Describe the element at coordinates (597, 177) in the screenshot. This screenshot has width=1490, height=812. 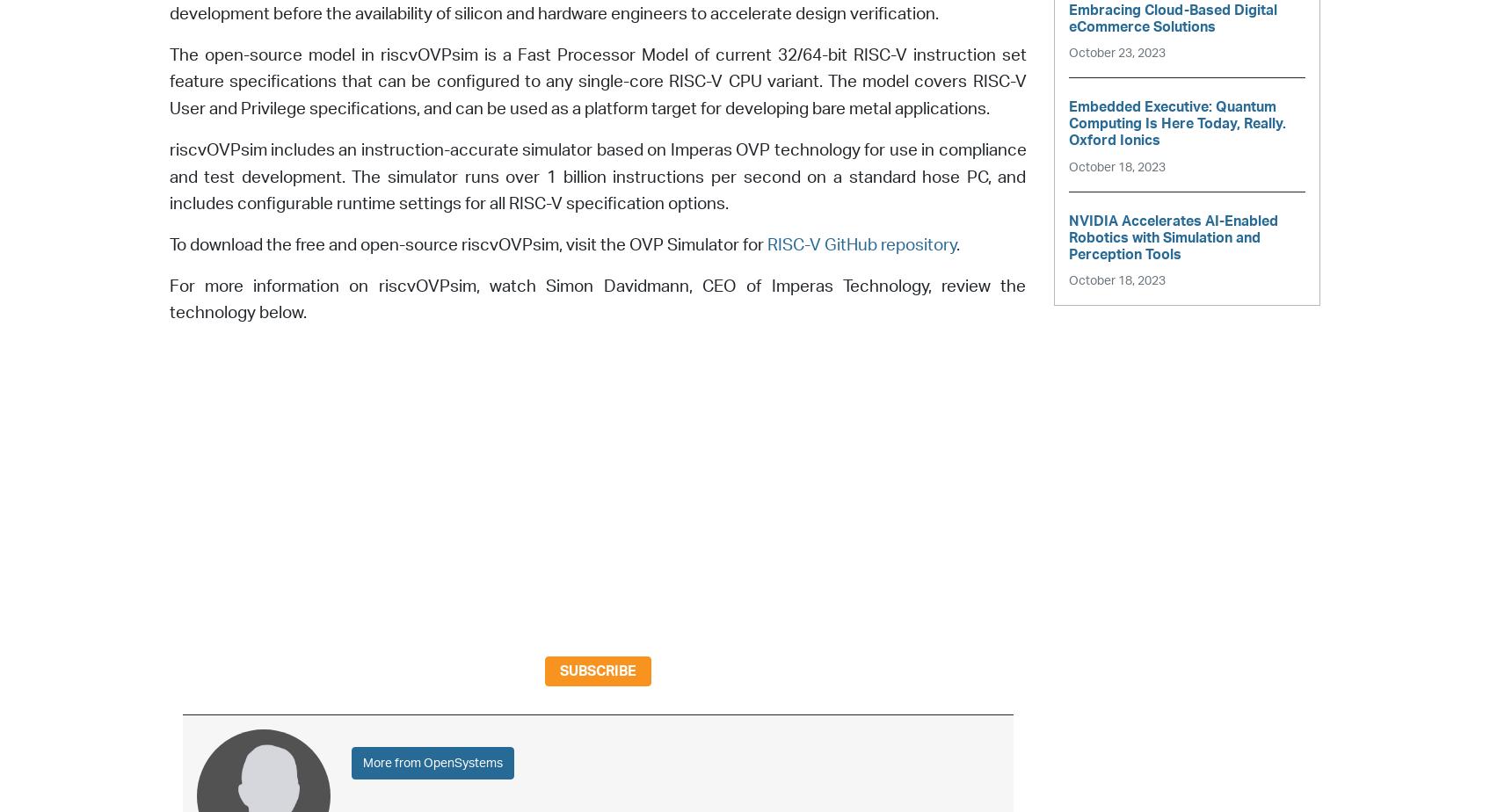
I see `'riscvOVPsim includes an instruction-accurate simulator based on Imperas OVP technology for use in compliance and test development. The simulator runs over 1 billion instructions per second on a standard hose PC, and includes configurable runtime settings for all RISC-V specification options.'` at that location.